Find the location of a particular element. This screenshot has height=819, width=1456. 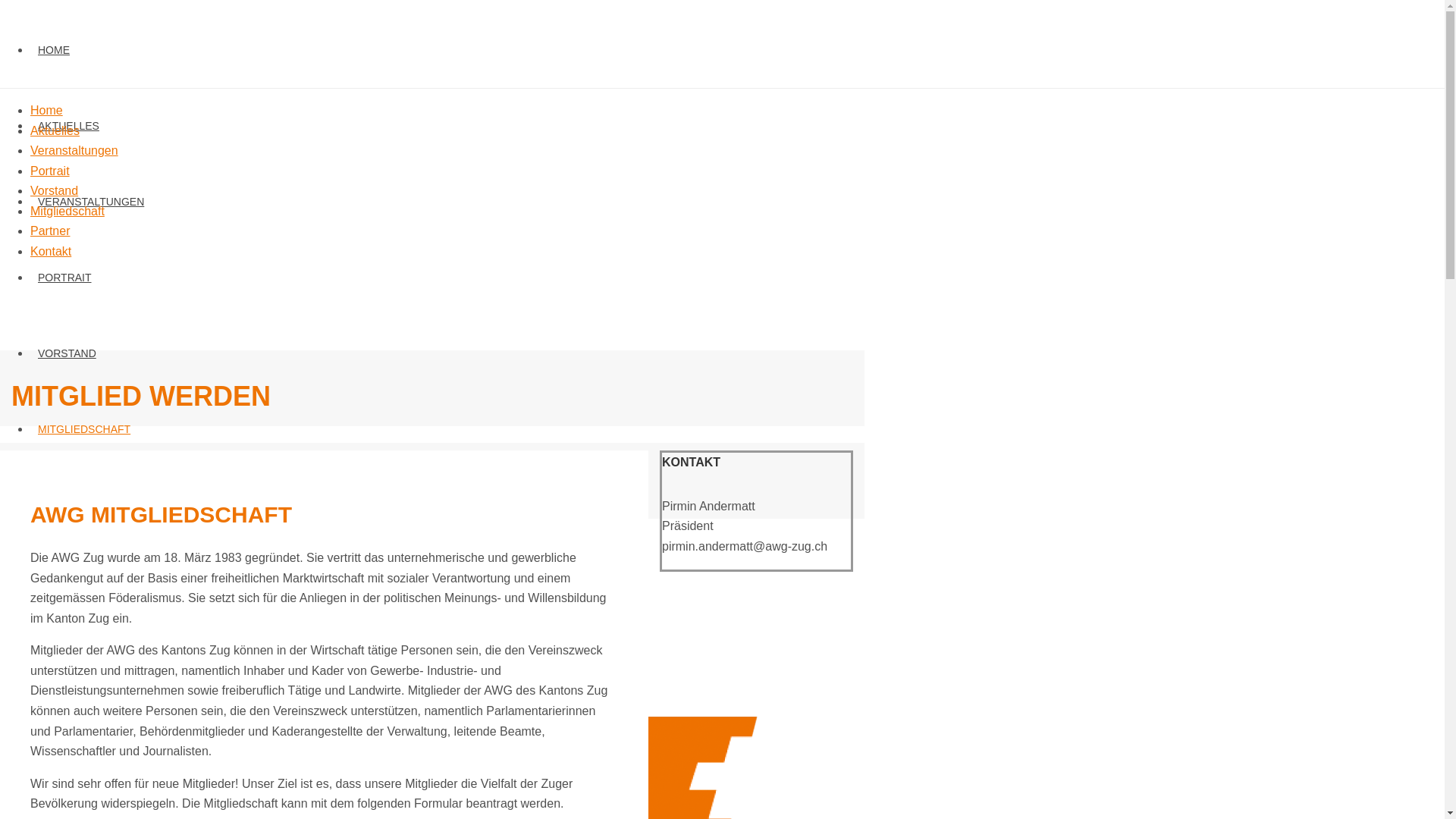

'Veranstaltungen' is located at coordinates (30, 150).